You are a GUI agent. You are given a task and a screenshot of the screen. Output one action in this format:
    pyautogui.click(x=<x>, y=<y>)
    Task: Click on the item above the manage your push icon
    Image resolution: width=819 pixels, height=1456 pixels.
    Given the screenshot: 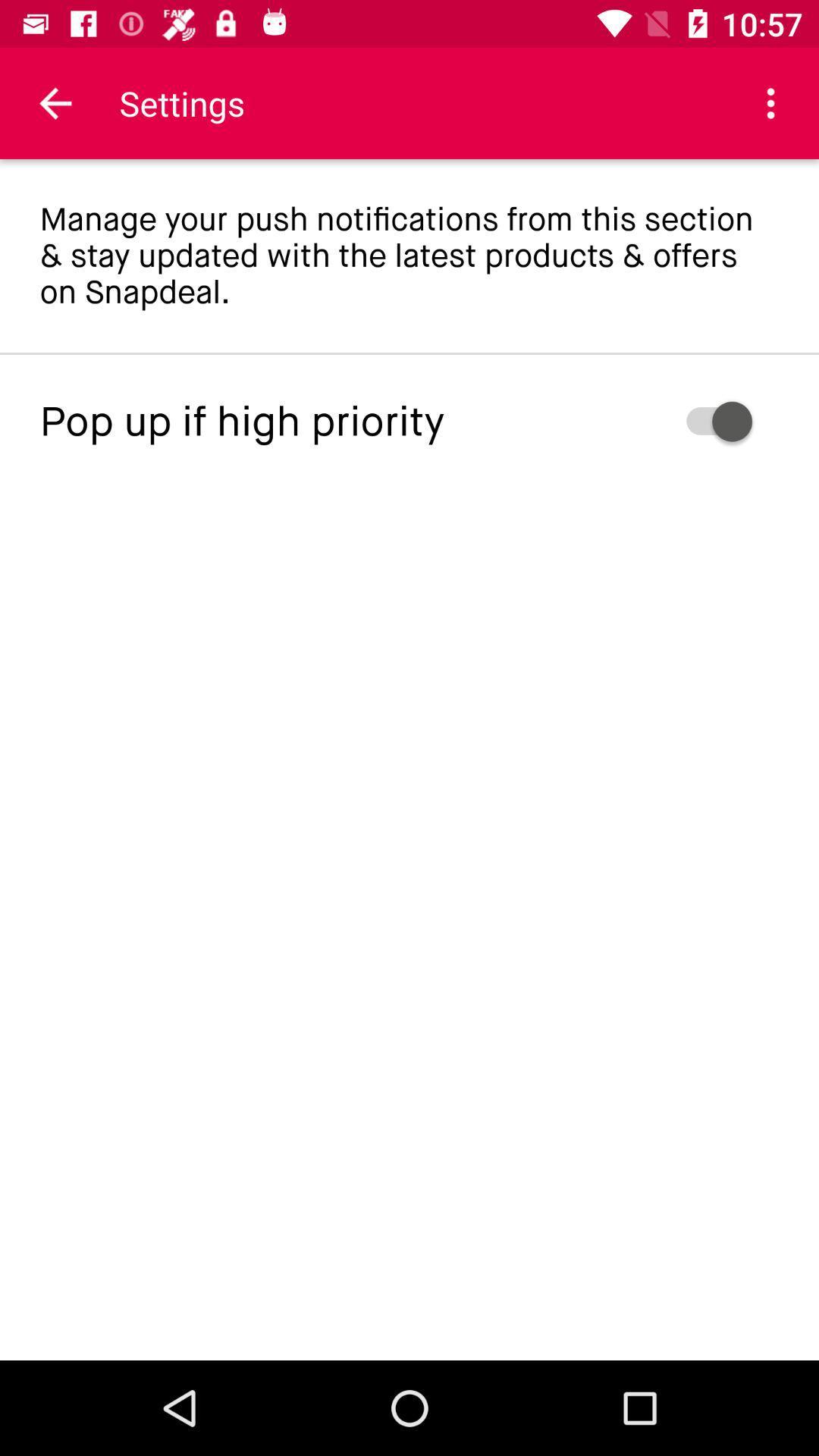 What is the action you would take?
    pyautogui.click(x=55, y=102)
    